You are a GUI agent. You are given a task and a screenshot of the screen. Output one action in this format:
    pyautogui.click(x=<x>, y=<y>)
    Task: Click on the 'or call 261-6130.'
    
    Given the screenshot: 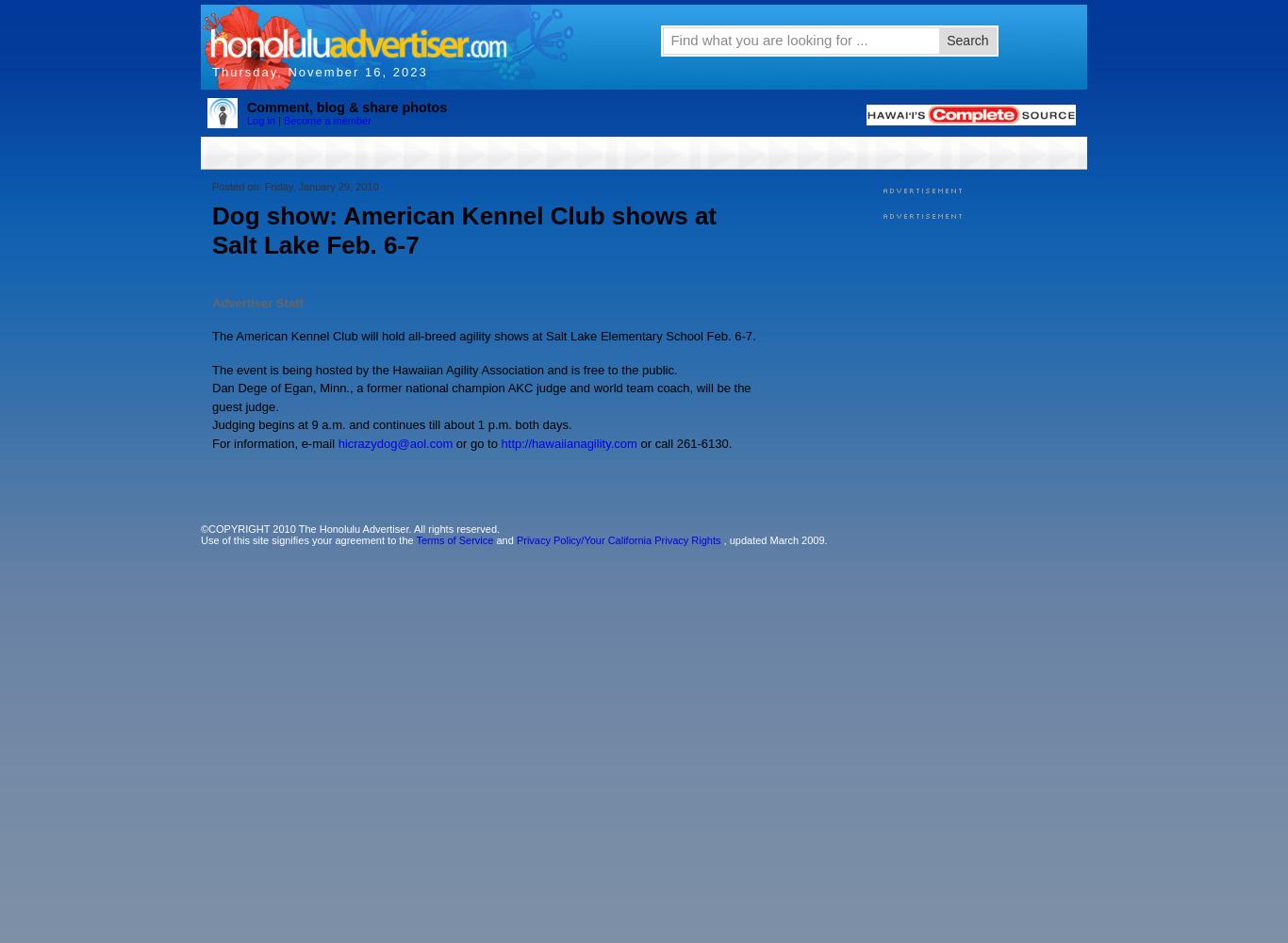 What is the action you would take?
    pyautogui.click(x=684, y=441)
    